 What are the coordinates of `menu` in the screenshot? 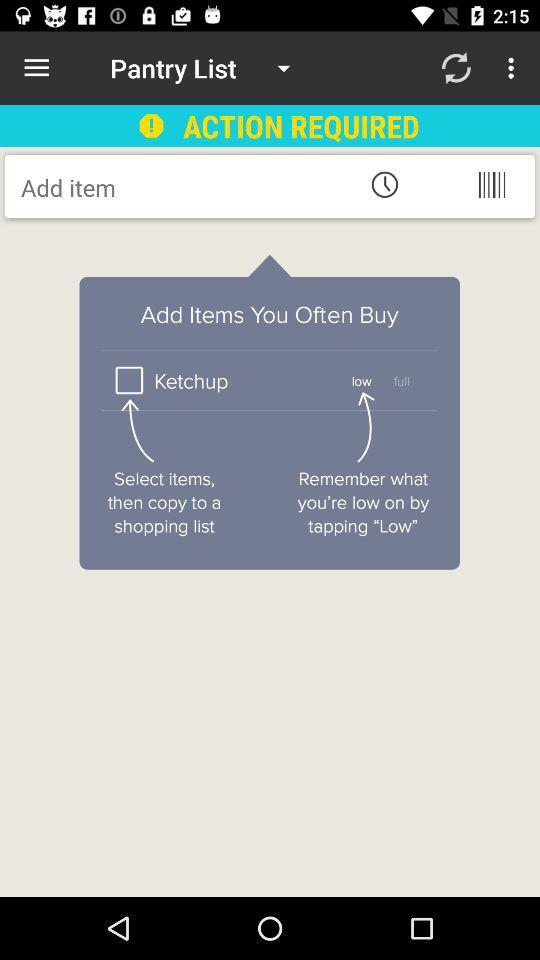 It's located at (490, 184).